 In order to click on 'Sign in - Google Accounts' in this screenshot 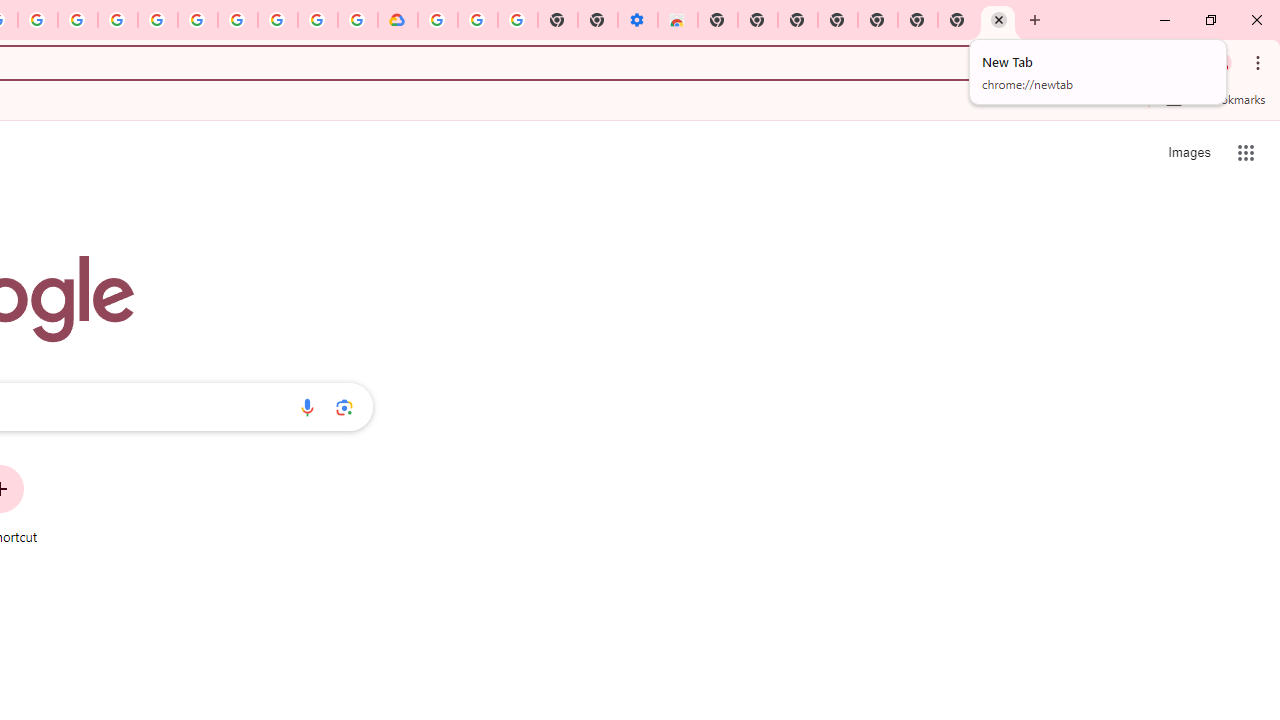, I will do `click(157, 20)`.